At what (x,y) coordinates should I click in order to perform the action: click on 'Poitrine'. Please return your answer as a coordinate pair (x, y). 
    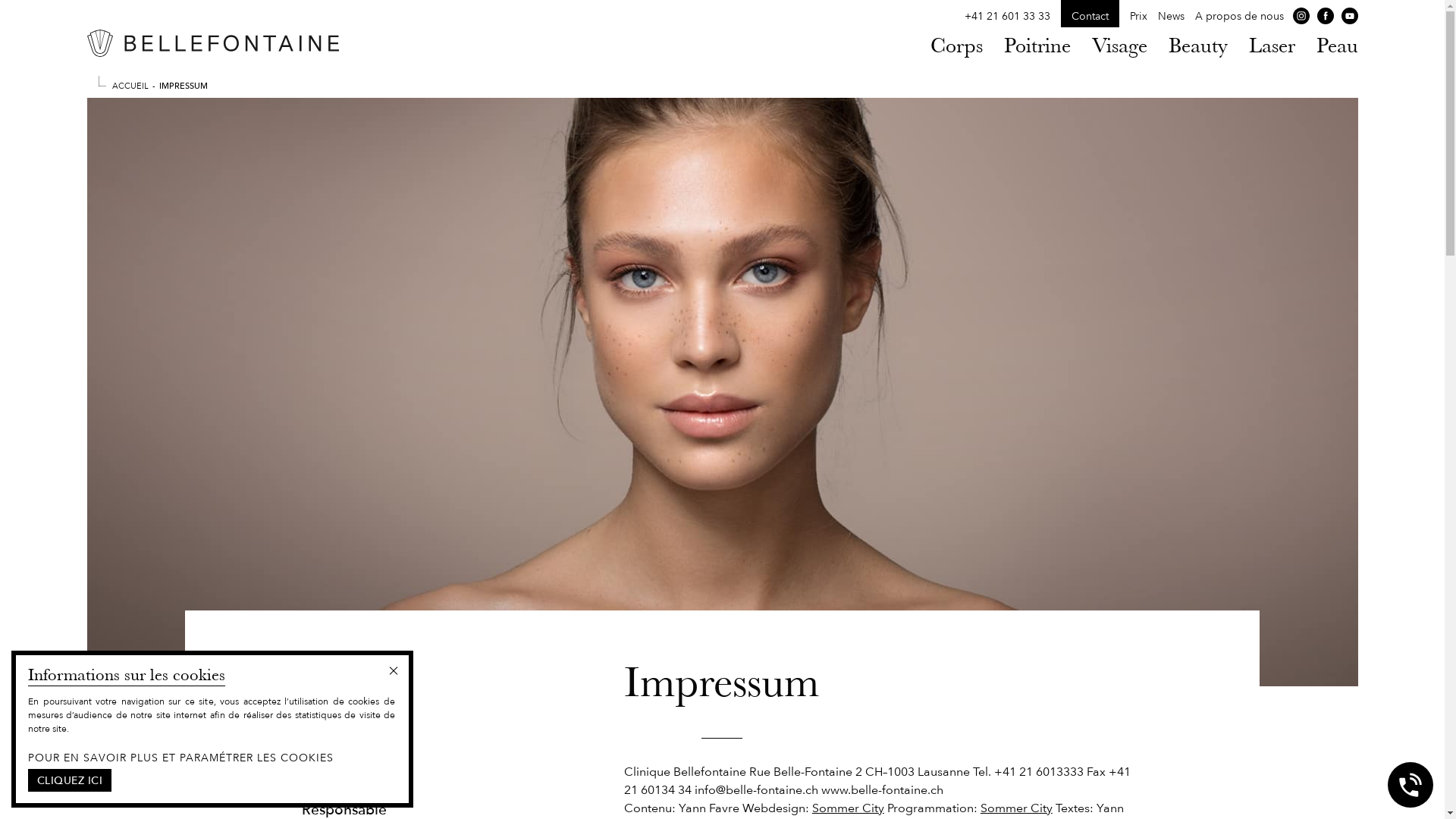
    Looking at the image, I should click on (1037, 45).